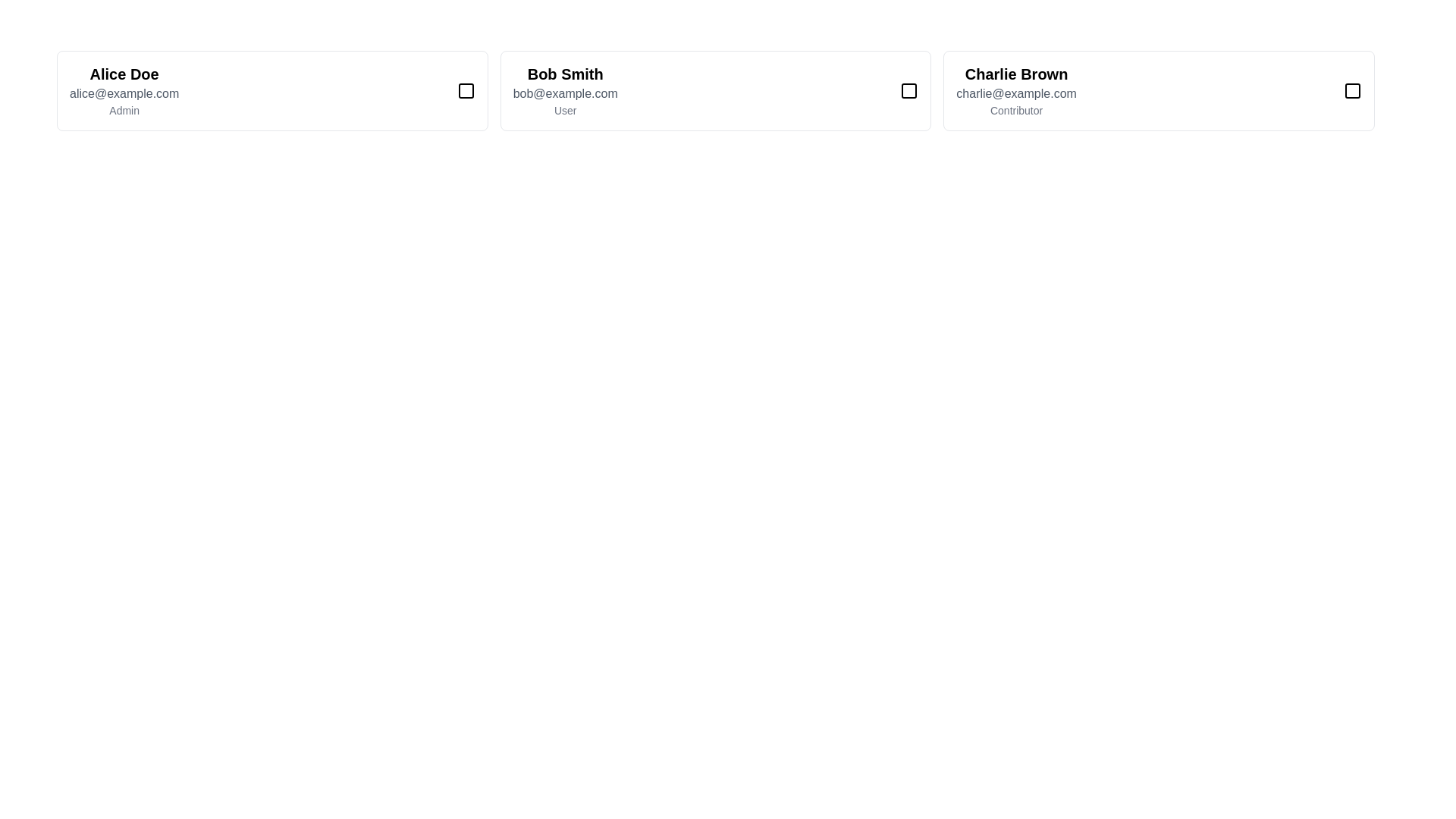 This screenshot has height=819, width=1456. What do you see at coordinates (1016, 93) in the screenshot?
I see `the email address text displayed within the card for the individual named 'Charlie Brown', which is positioned between the name and the 'Contributor' label` at bounding box center [1016, 93].